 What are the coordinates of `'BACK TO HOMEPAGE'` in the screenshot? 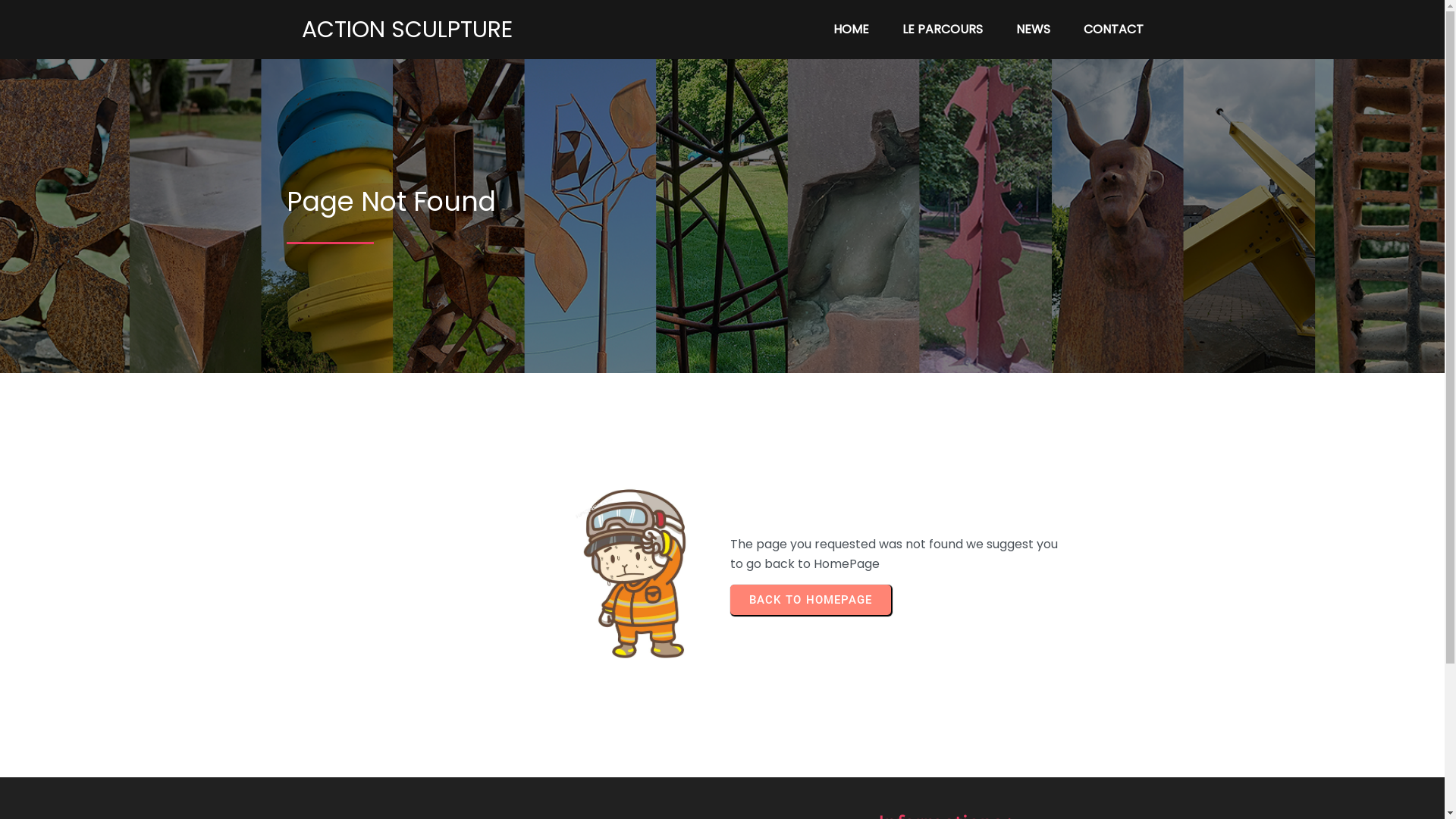 It's located at (809, 598).